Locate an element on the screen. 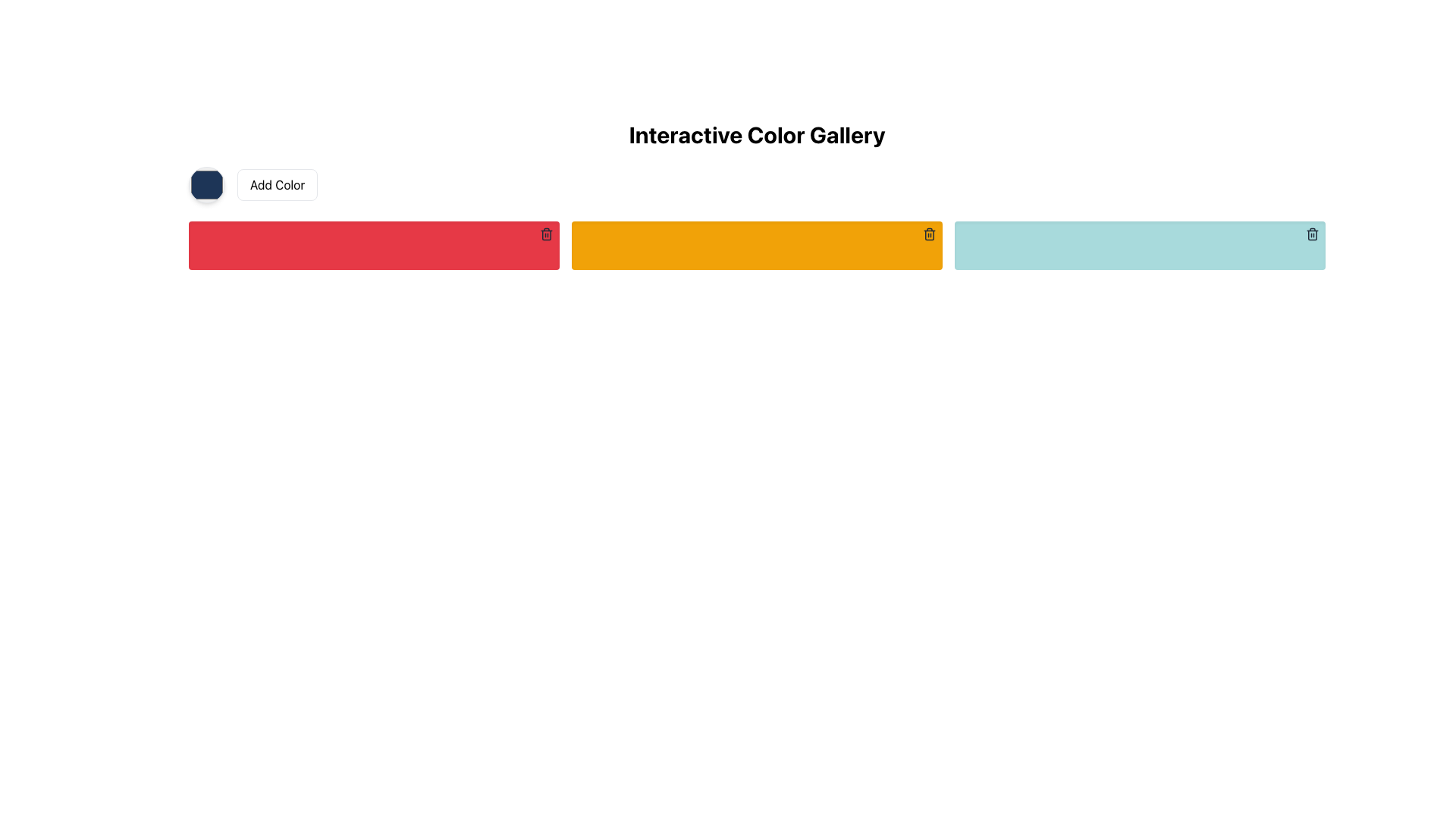  the delete icon styled as a trash can in the top-right corner of the bright orange box is located at coordinates (928, 234).